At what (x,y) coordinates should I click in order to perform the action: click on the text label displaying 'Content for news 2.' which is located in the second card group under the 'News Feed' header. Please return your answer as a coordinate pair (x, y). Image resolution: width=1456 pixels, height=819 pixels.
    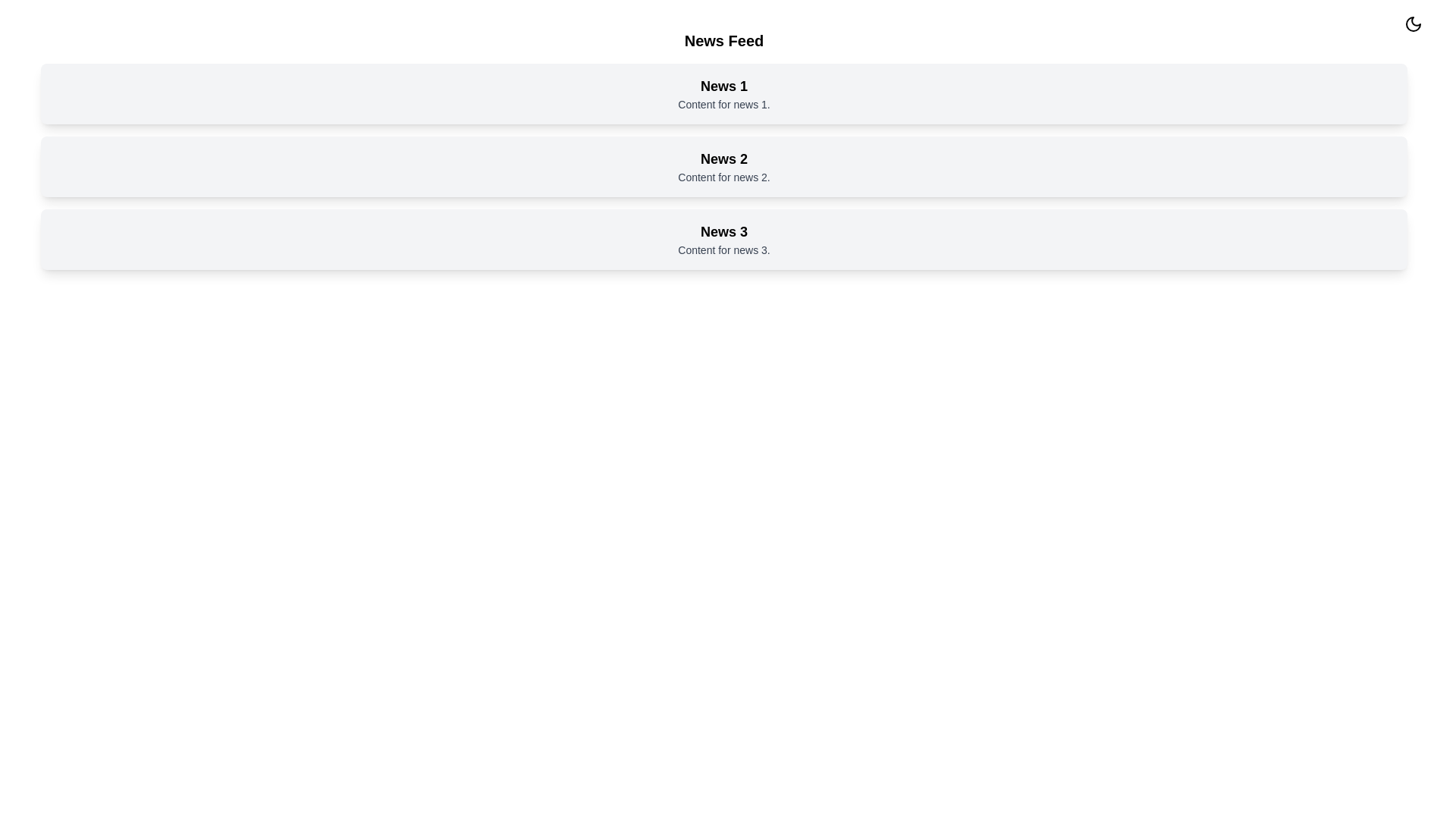
    Looking at the image, I should click on (723, 177).